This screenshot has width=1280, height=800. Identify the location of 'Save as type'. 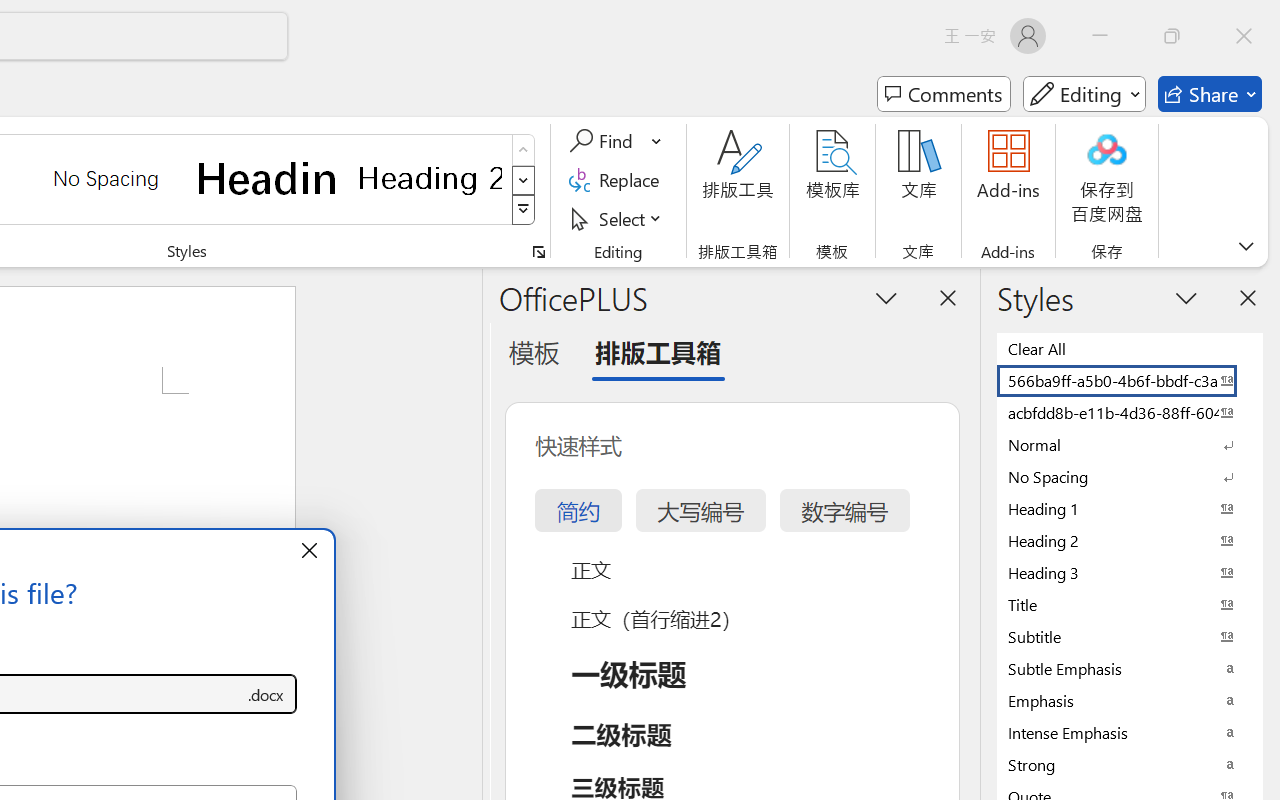
(264, 694).